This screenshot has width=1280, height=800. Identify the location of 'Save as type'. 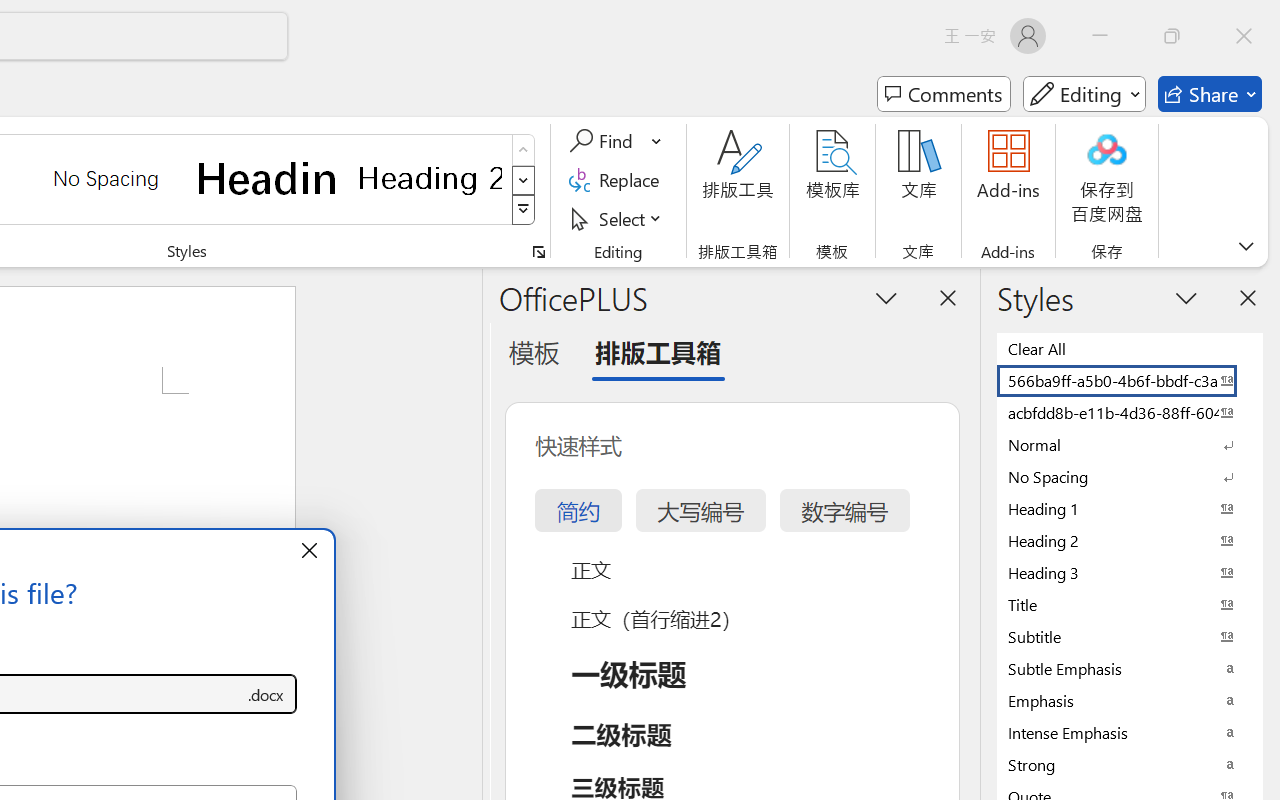
(264, 694).